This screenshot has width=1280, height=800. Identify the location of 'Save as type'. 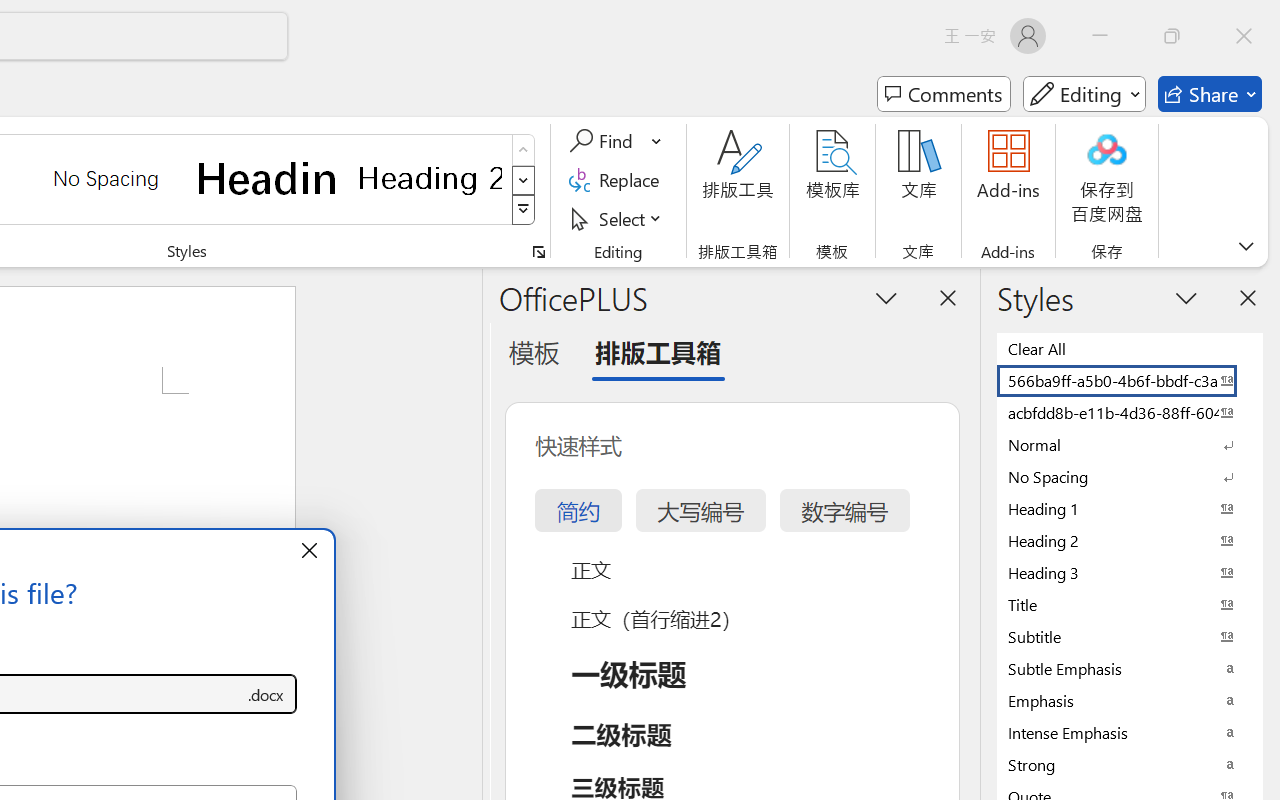
(264, 694).